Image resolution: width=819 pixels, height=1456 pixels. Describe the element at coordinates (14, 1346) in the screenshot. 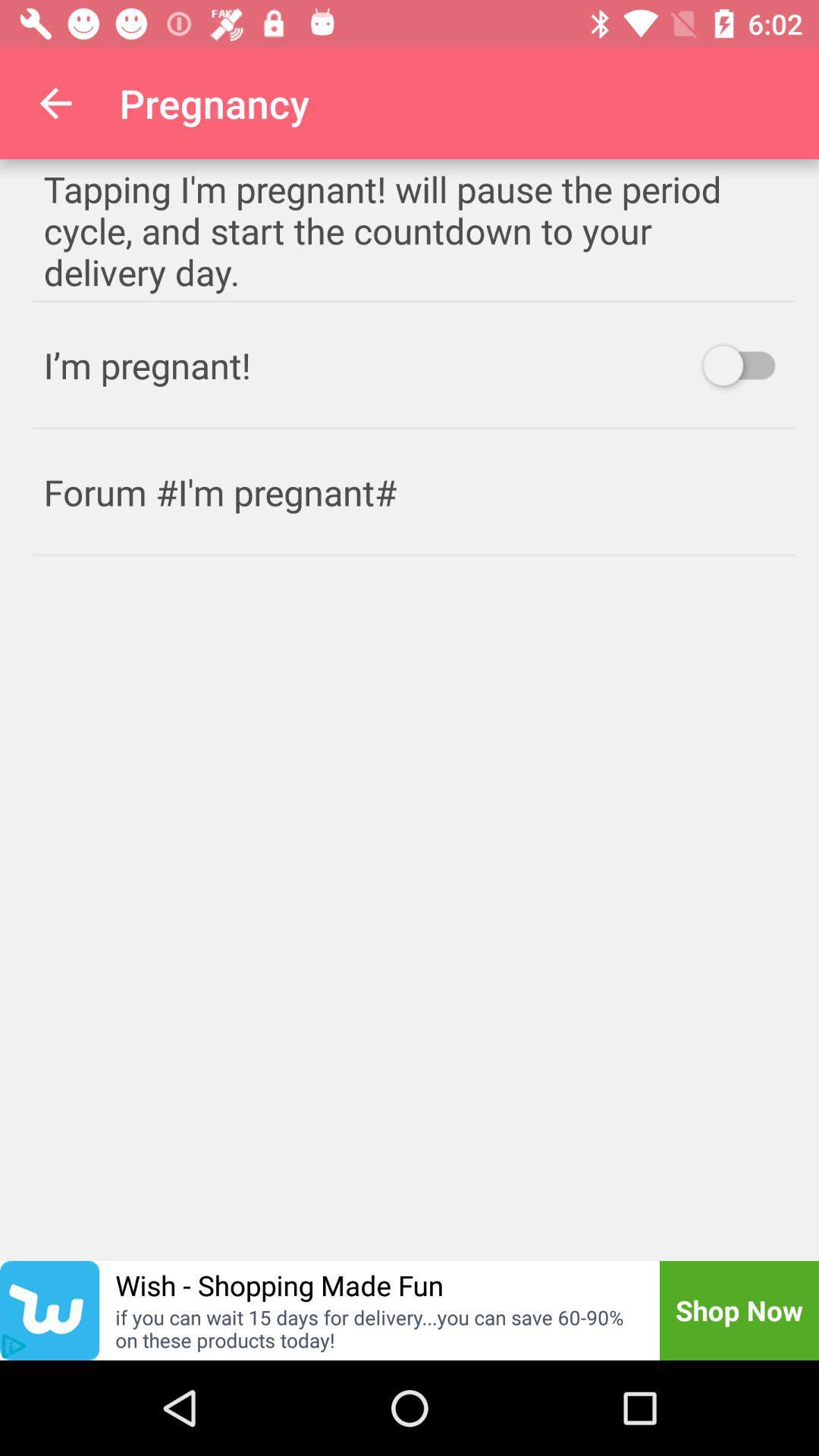

I see `the play icon` at that location.